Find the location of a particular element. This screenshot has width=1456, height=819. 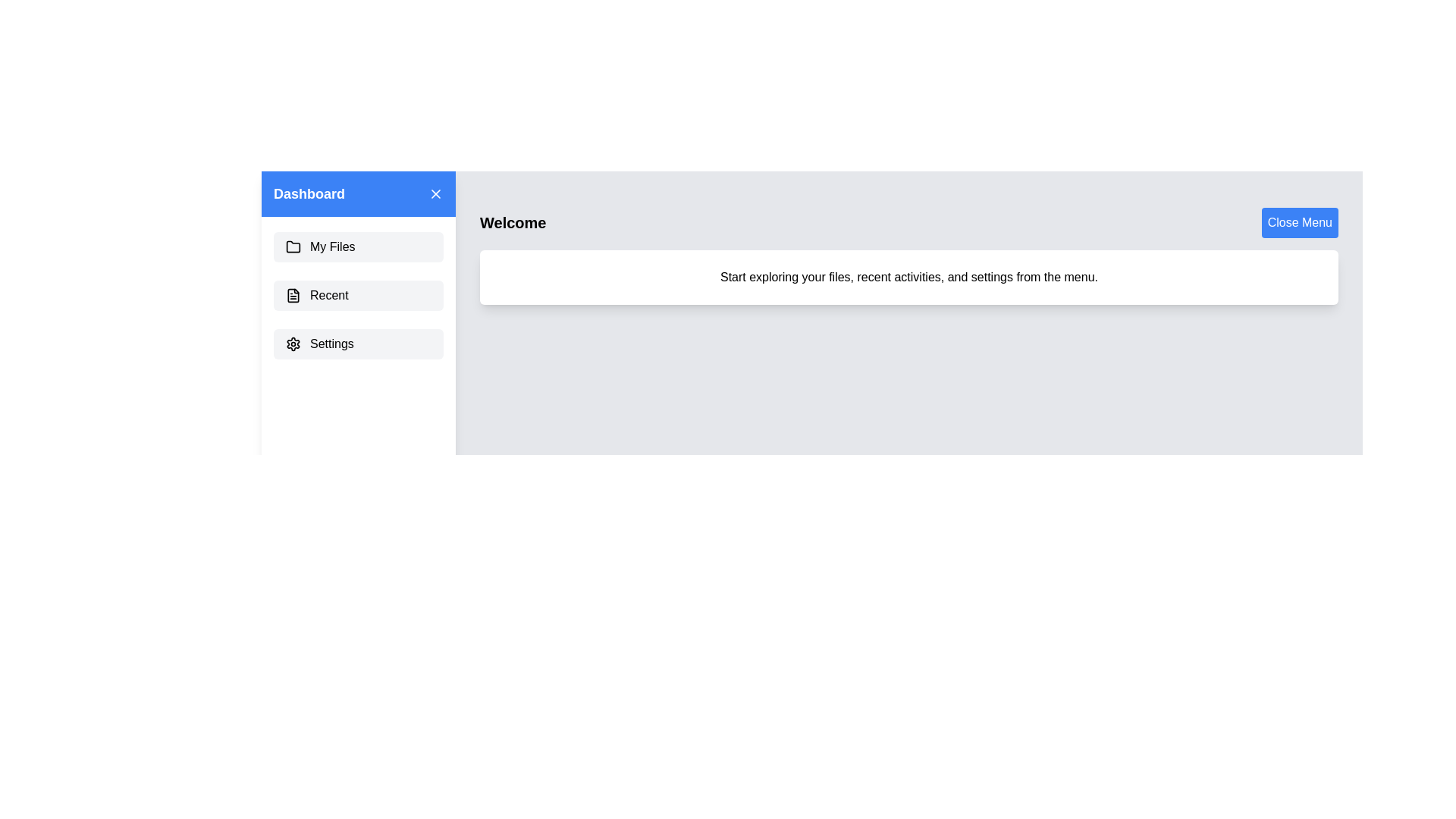

the 'My Files' button in the menu is located at coordinates (358, 246).